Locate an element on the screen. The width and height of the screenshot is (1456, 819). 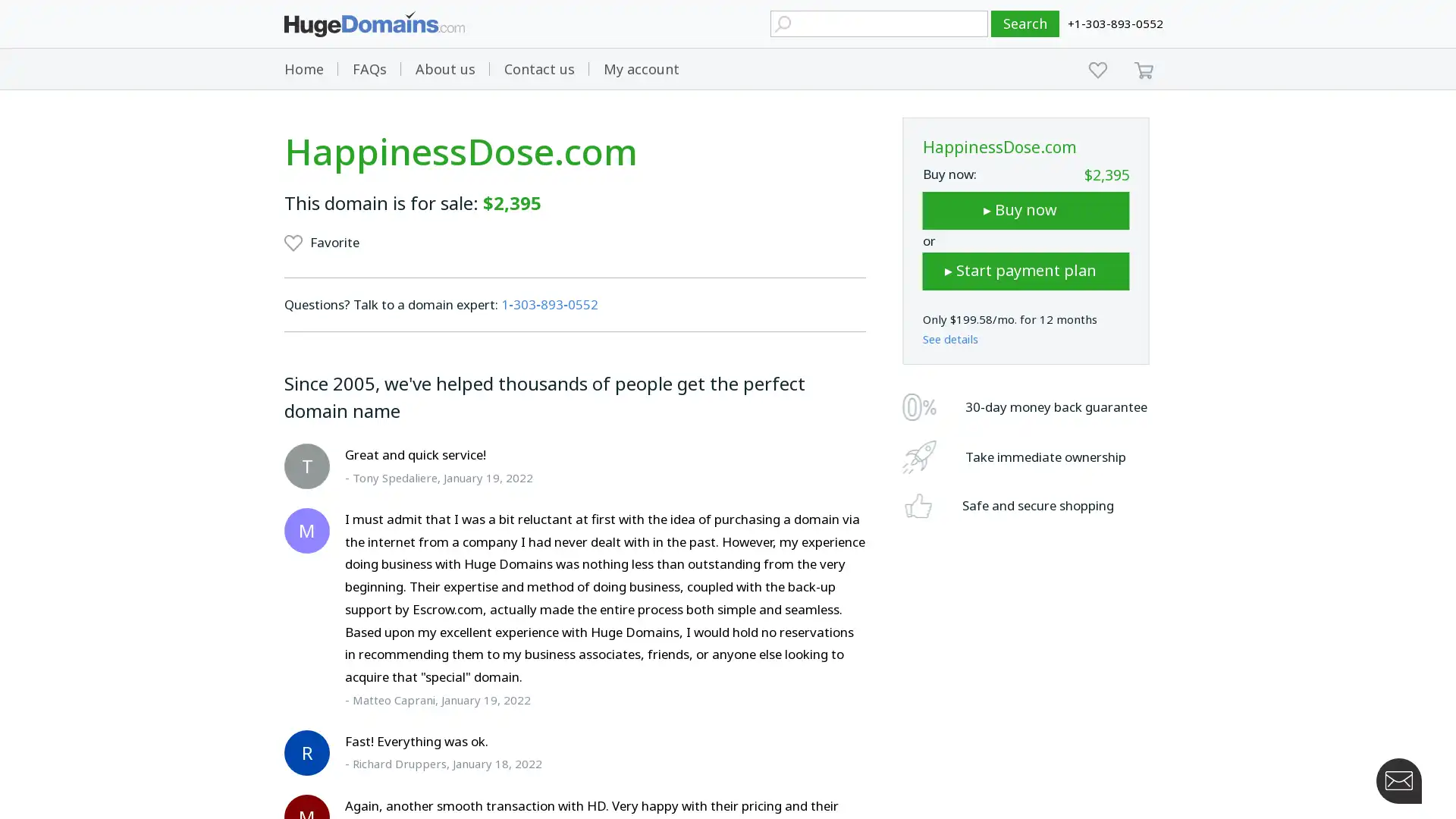
Search is located at coordinates (1025, 24).